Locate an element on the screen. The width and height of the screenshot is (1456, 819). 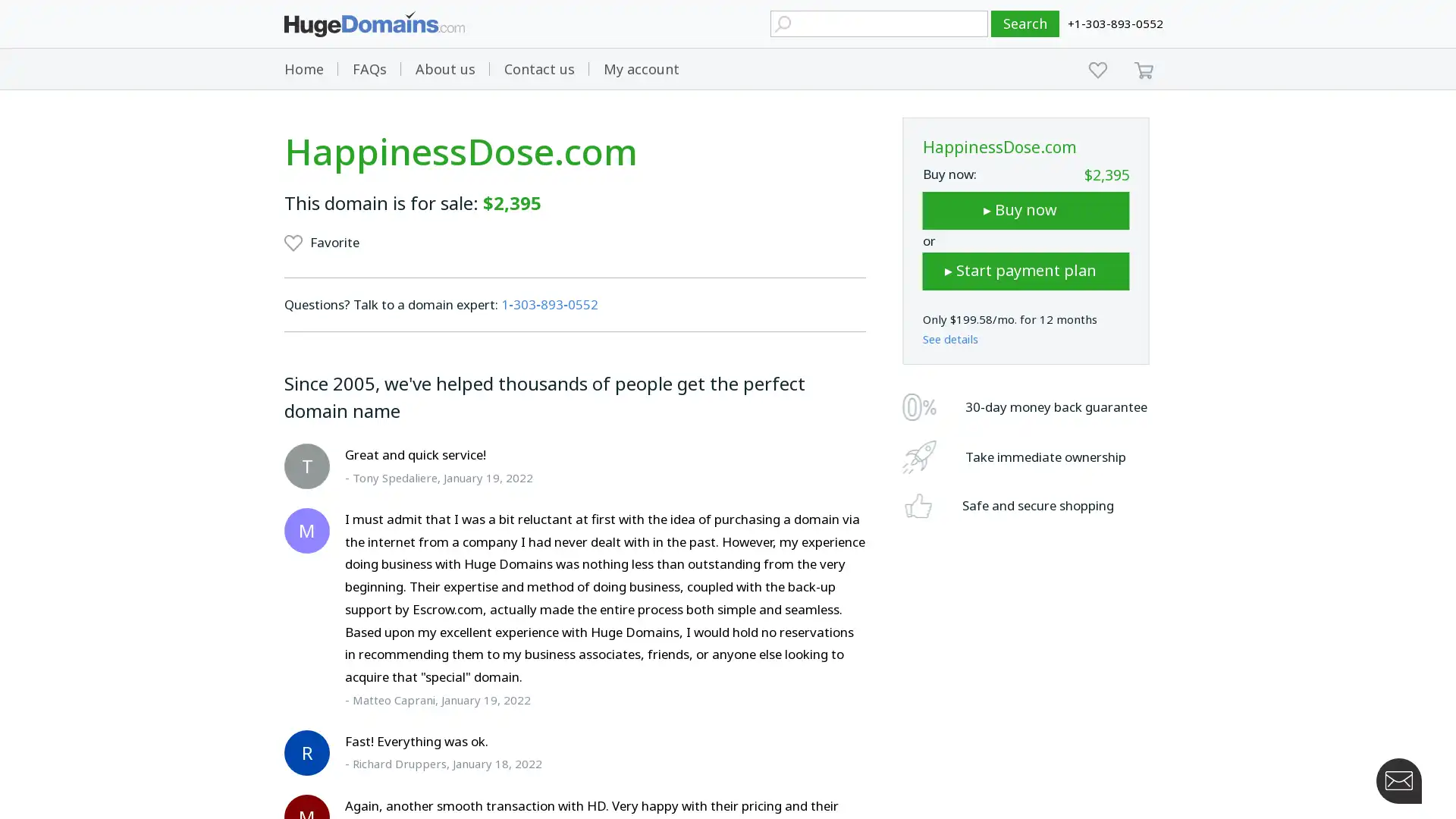
Search is located at coordinates (1025, 24).